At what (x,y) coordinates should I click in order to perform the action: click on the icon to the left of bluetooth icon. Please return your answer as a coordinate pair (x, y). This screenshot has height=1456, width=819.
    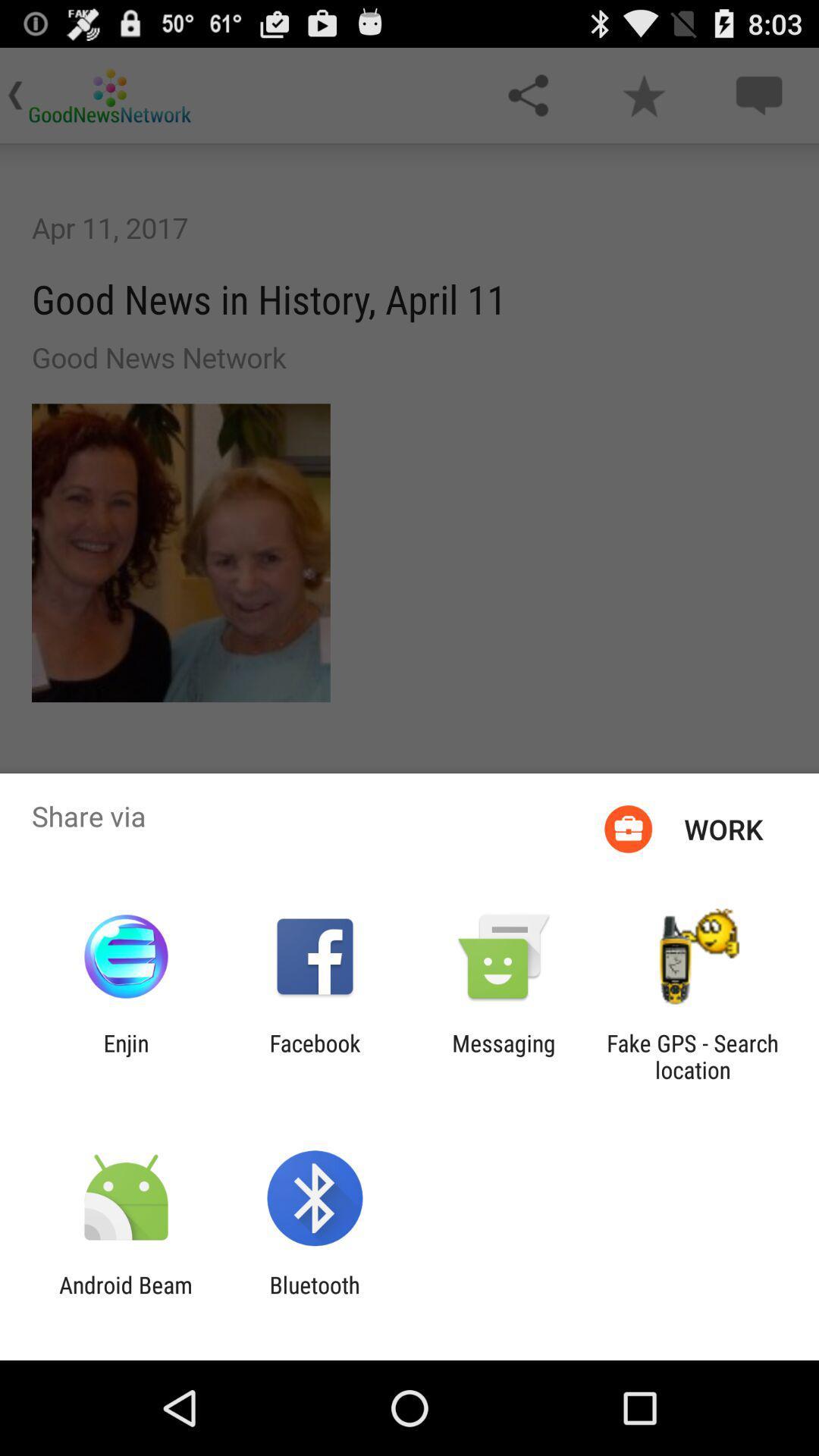
    Looking at the image, I should click on (125, 1298).